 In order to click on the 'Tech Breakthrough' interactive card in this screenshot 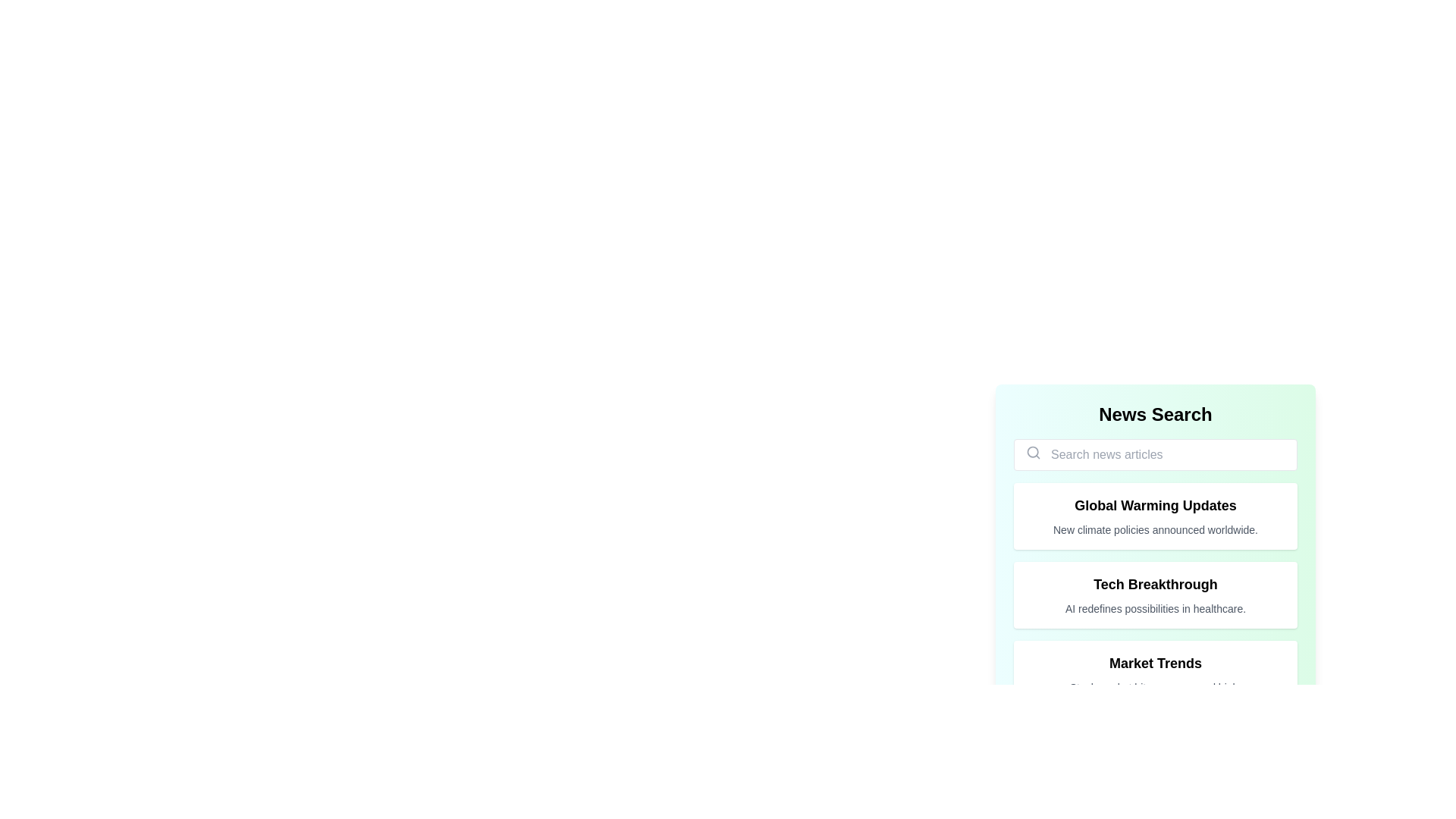, I will do `click(1154, 595)`.